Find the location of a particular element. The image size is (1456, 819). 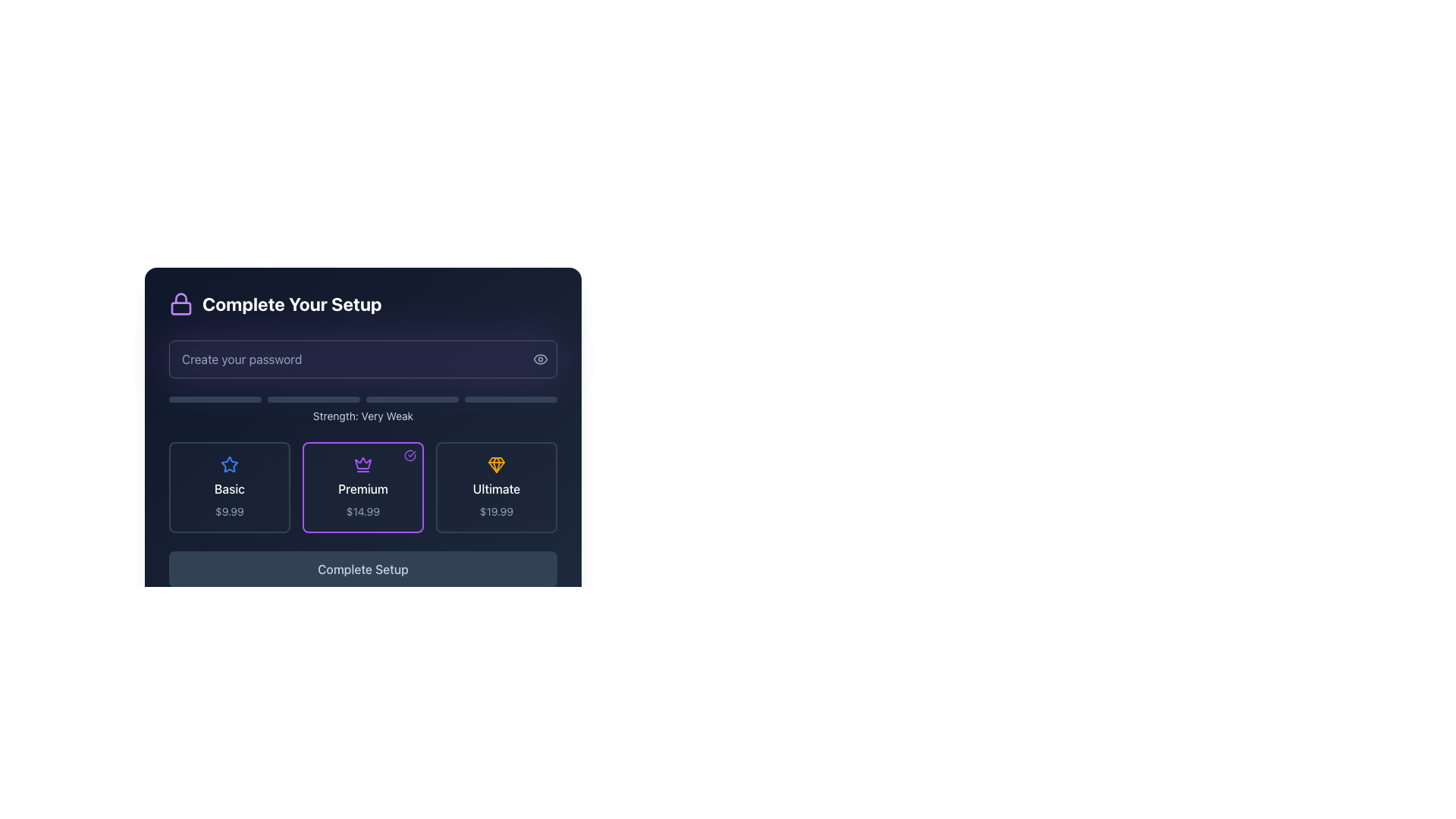

the price text element displaying '$19.99' located below the 'Ultimate' label in the rightmost column of the pricing options is located at coordinates (496, 512).